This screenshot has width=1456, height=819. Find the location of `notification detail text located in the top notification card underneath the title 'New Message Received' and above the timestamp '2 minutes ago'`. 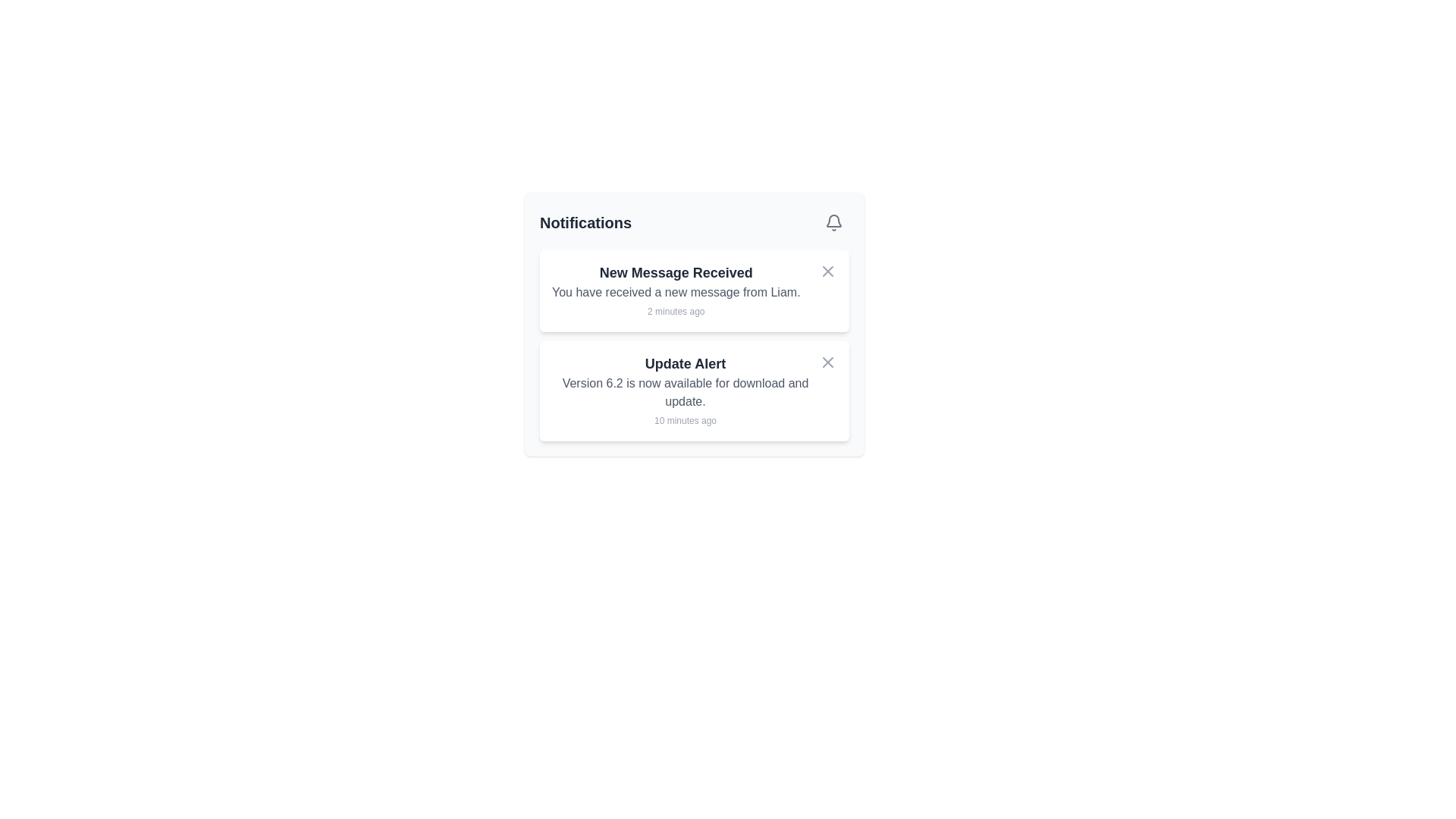

notification detail text located in the top notification card underneath the title 'New Message Received' and above the timestamp '2 minutes ago' is located at coordinates (675, 292).